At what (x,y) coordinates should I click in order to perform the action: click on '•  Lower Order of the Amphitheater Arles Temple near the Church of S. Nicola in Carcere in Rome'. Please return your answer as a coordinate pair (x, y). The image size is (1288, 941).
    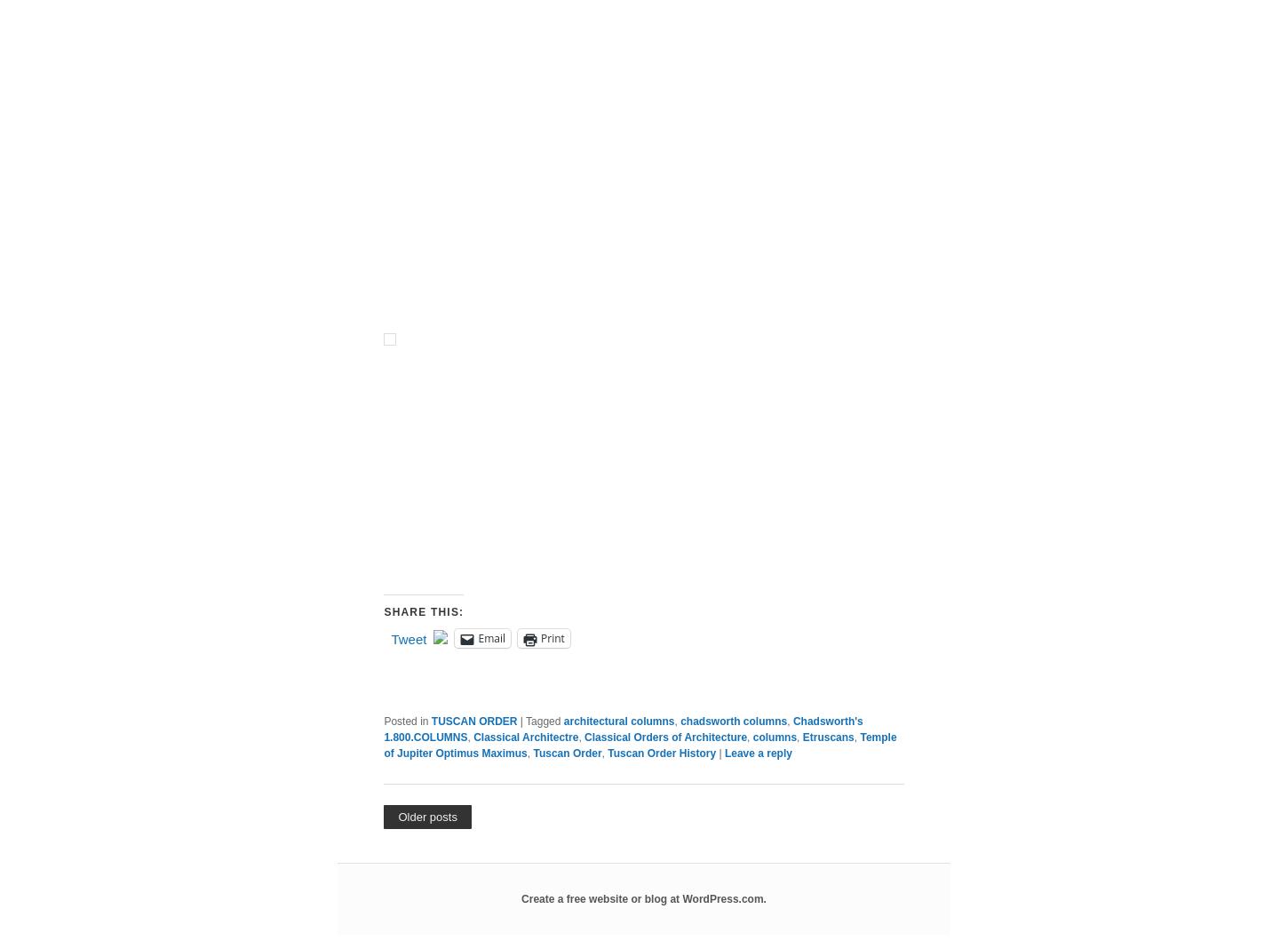
    Looking at the image, I should click on (617, 684).